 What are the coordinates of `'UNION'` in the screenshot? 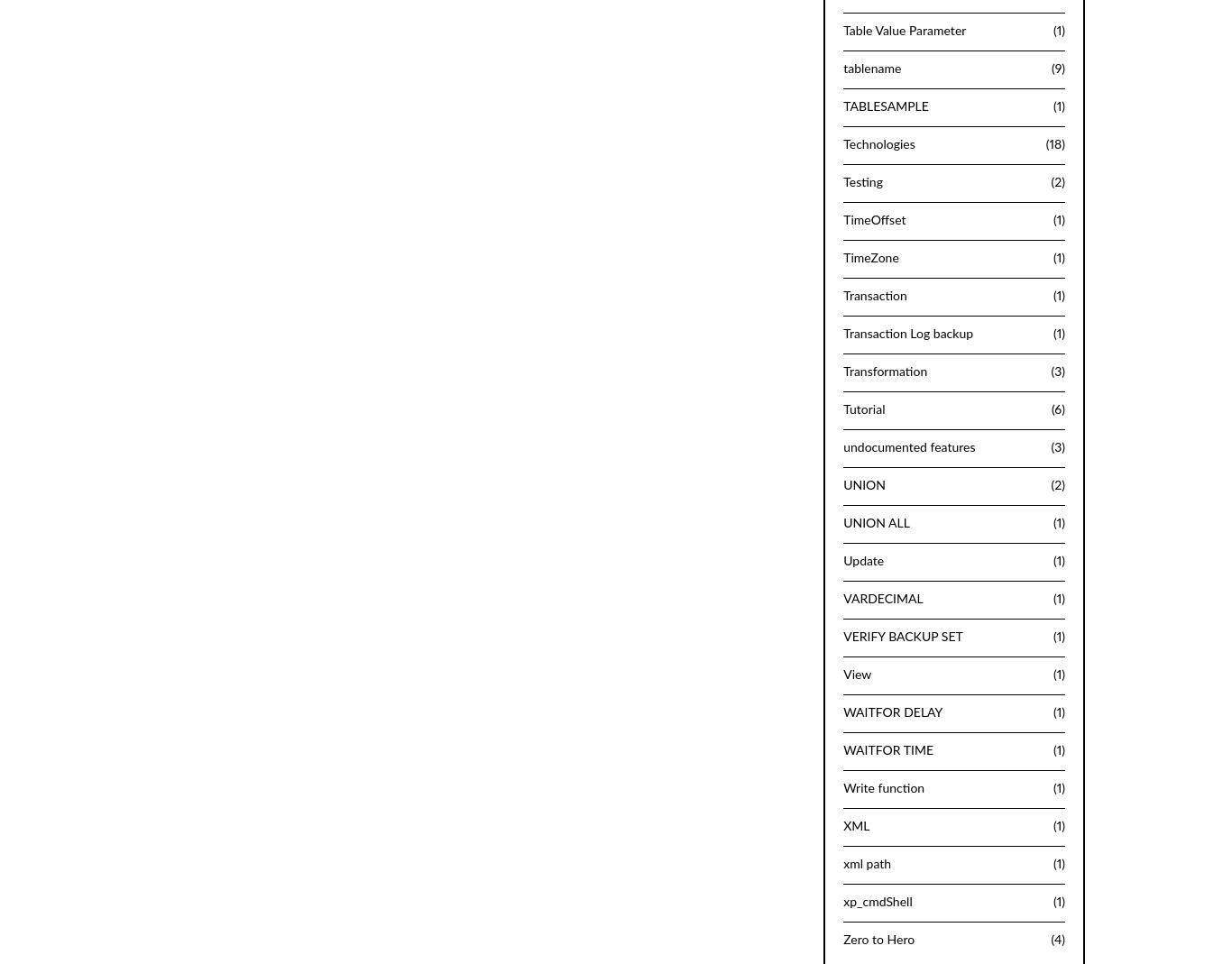 It's located at (843, 485).